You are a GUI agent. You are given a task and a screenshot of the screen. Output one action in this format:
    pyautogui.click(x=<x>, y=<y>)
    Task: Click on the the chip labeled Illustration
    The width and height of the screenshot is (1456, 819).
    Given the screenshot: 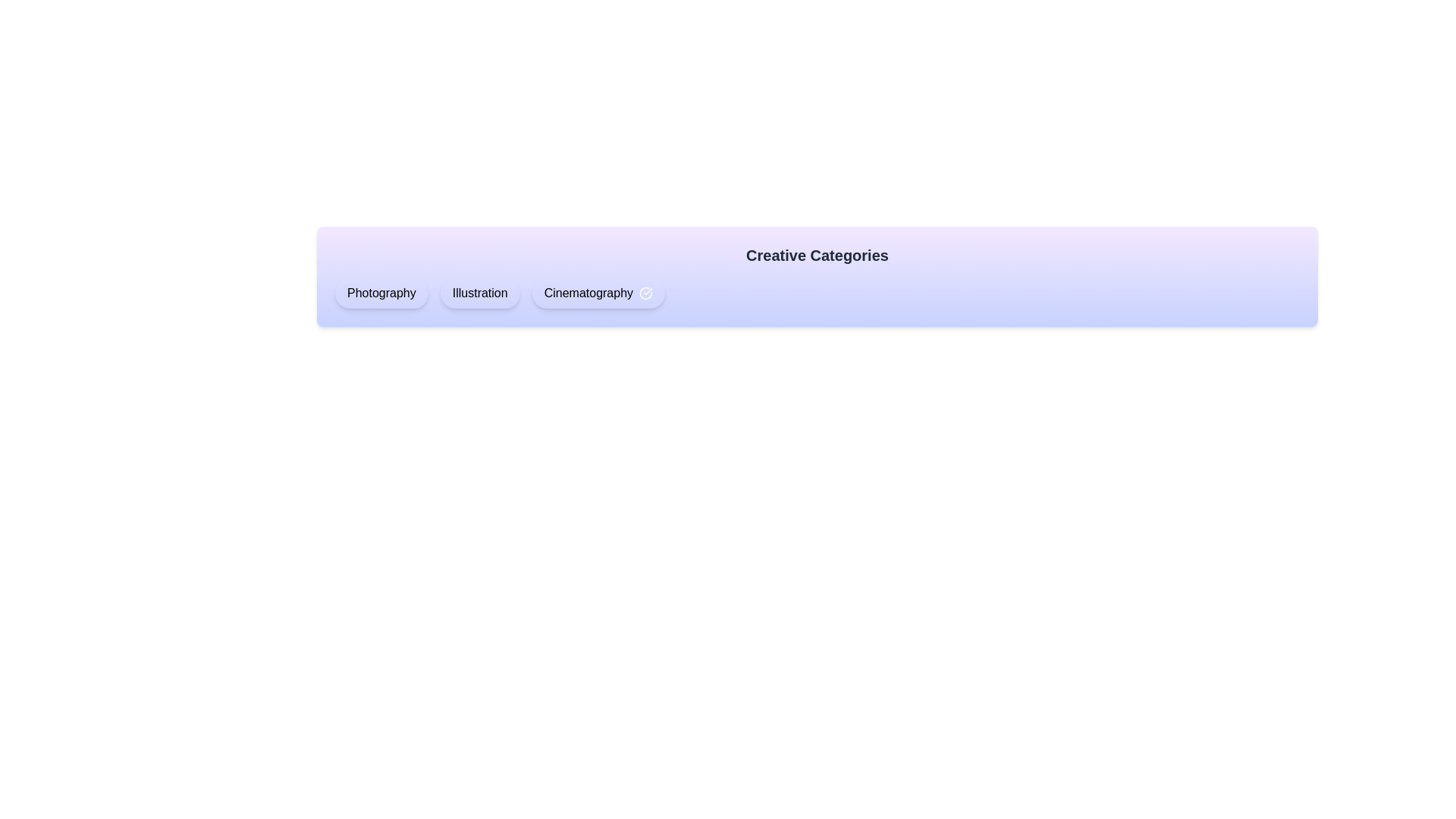 What is the action you would take?
    pyautogui.click(x=479, y=293)
    